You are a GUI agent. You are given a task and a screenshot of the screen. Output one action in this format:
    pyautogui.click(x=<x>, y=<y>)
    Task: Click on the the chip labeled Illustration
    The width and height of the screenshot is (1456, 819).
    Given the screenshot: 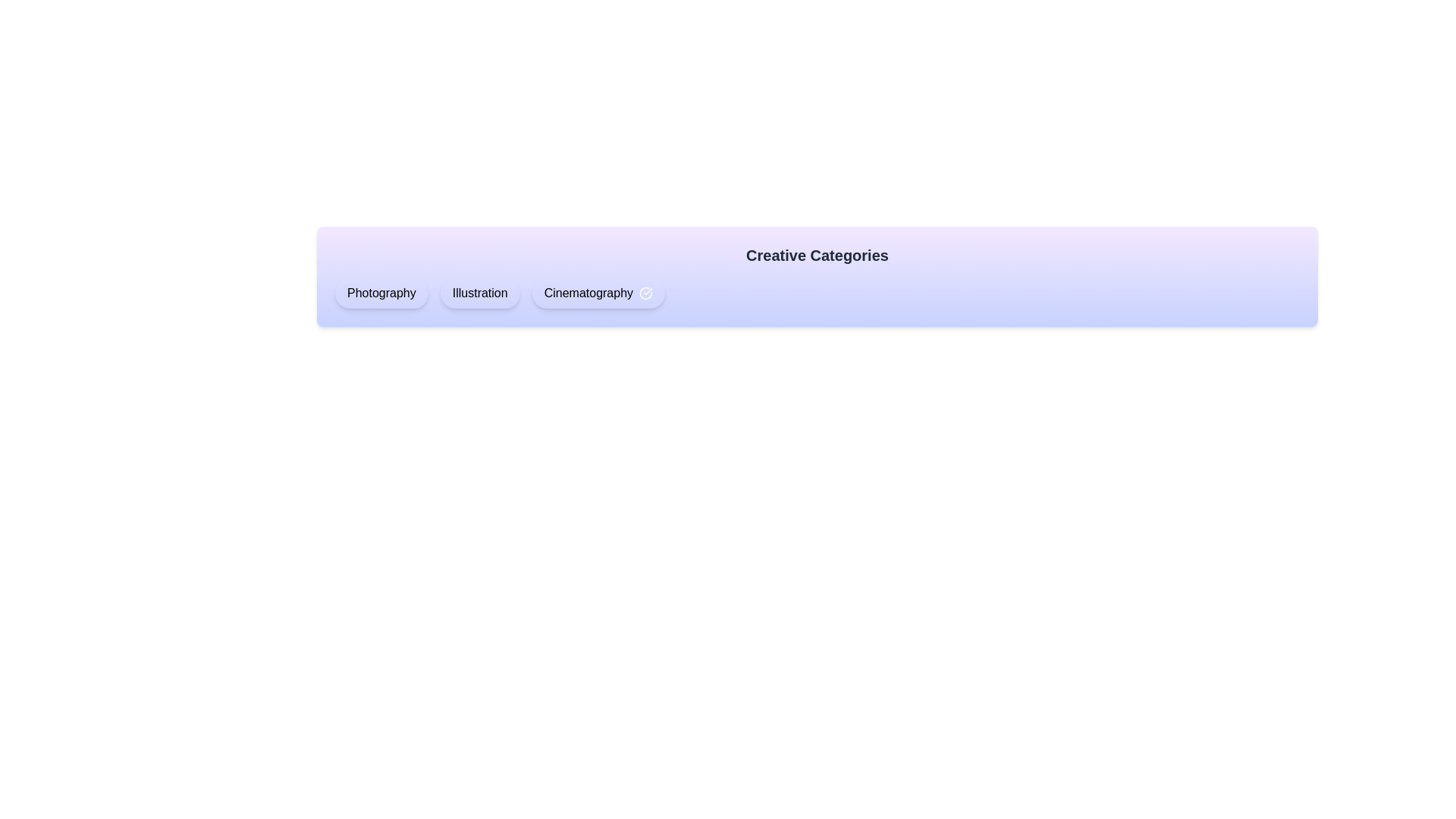 What is the action you would take?
    pyautogui.click(x=479, y=293)
    